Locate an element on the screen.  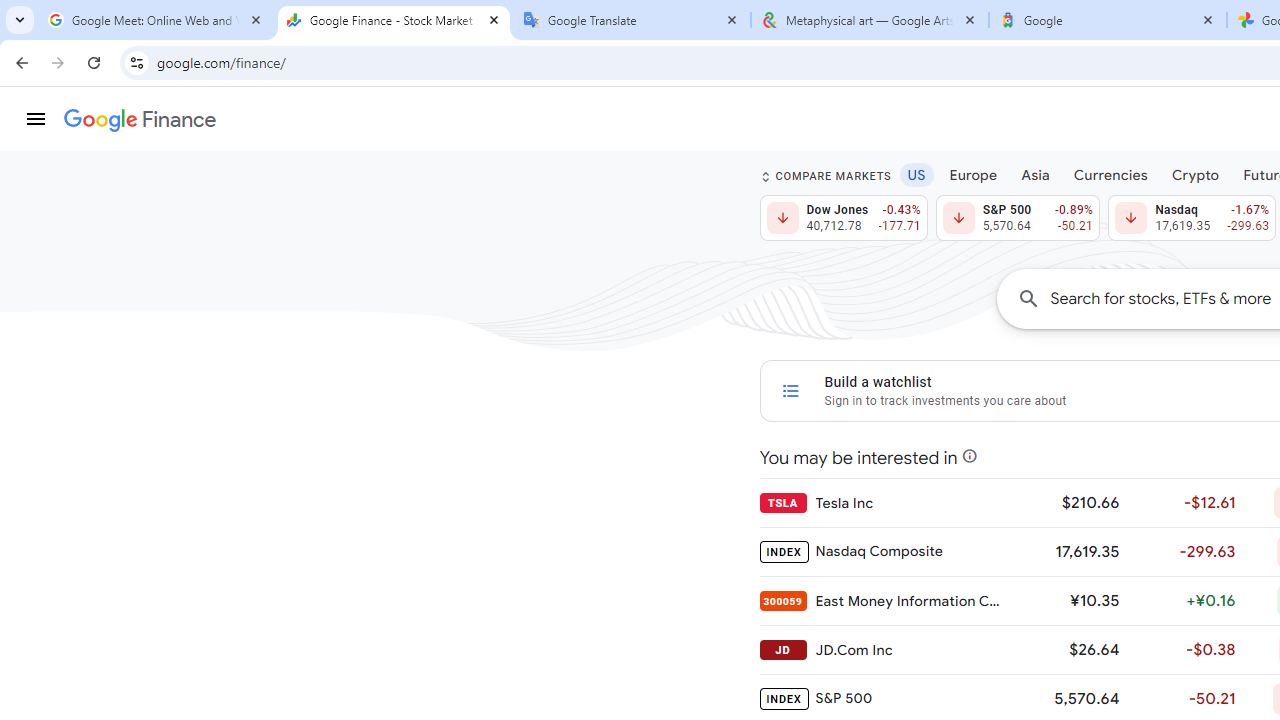
'US' is located at coordinates (915, 173).